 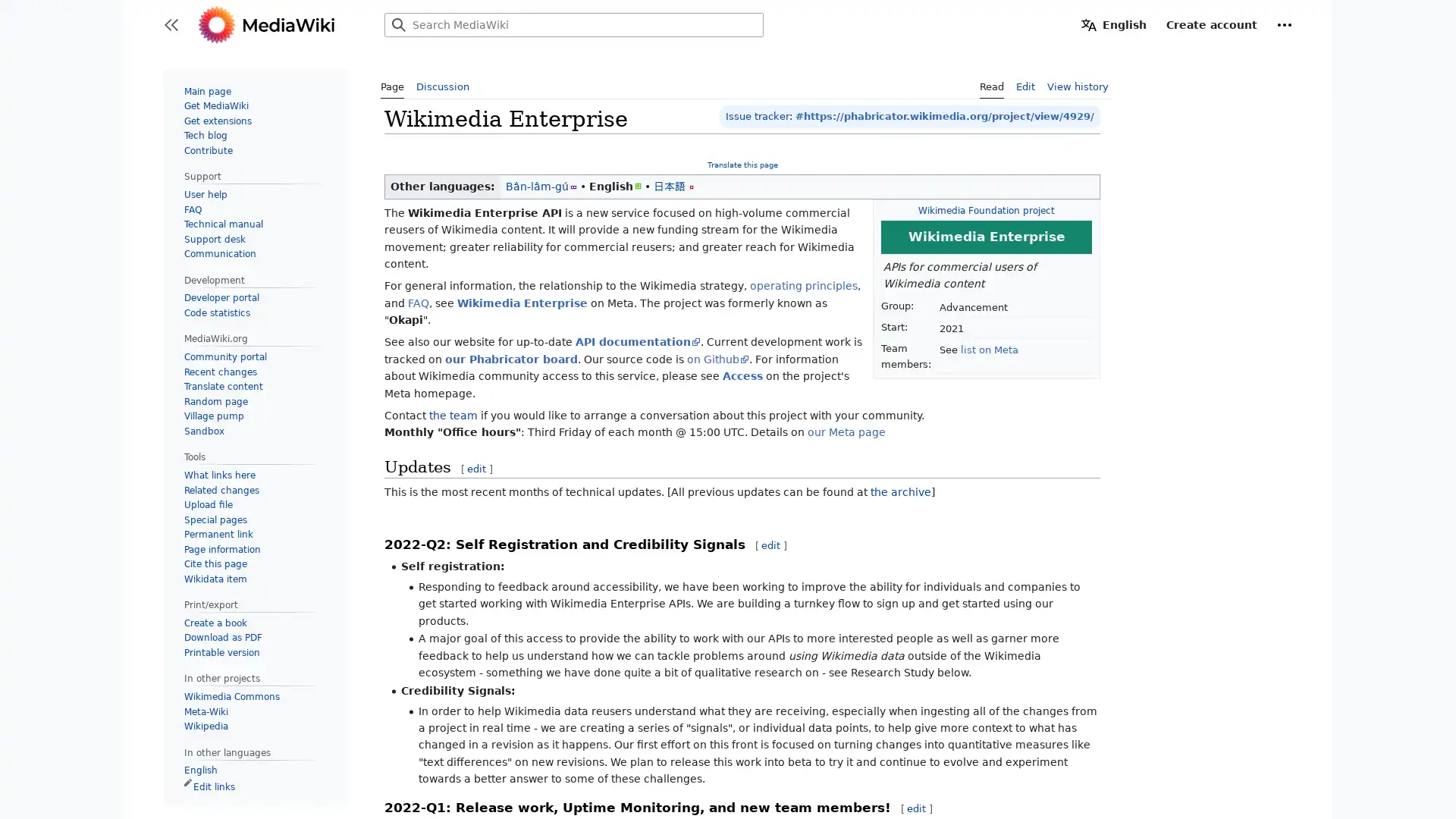 I want to click on Search, so click(x=399, y=25).